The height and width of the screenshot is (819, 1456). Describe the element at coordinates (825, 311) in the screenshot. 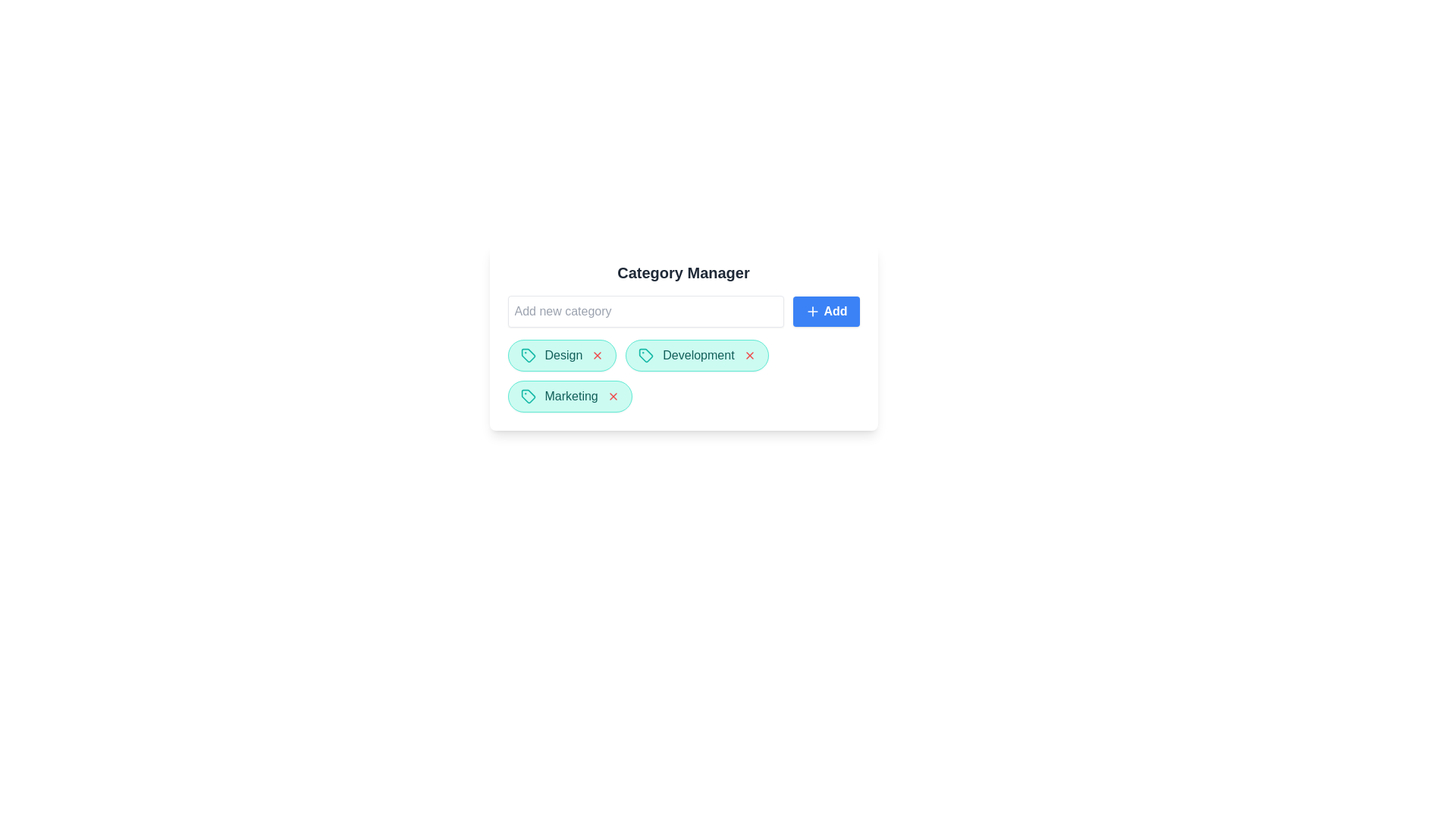

I see `the 'Add' button to add a new category` at that location.